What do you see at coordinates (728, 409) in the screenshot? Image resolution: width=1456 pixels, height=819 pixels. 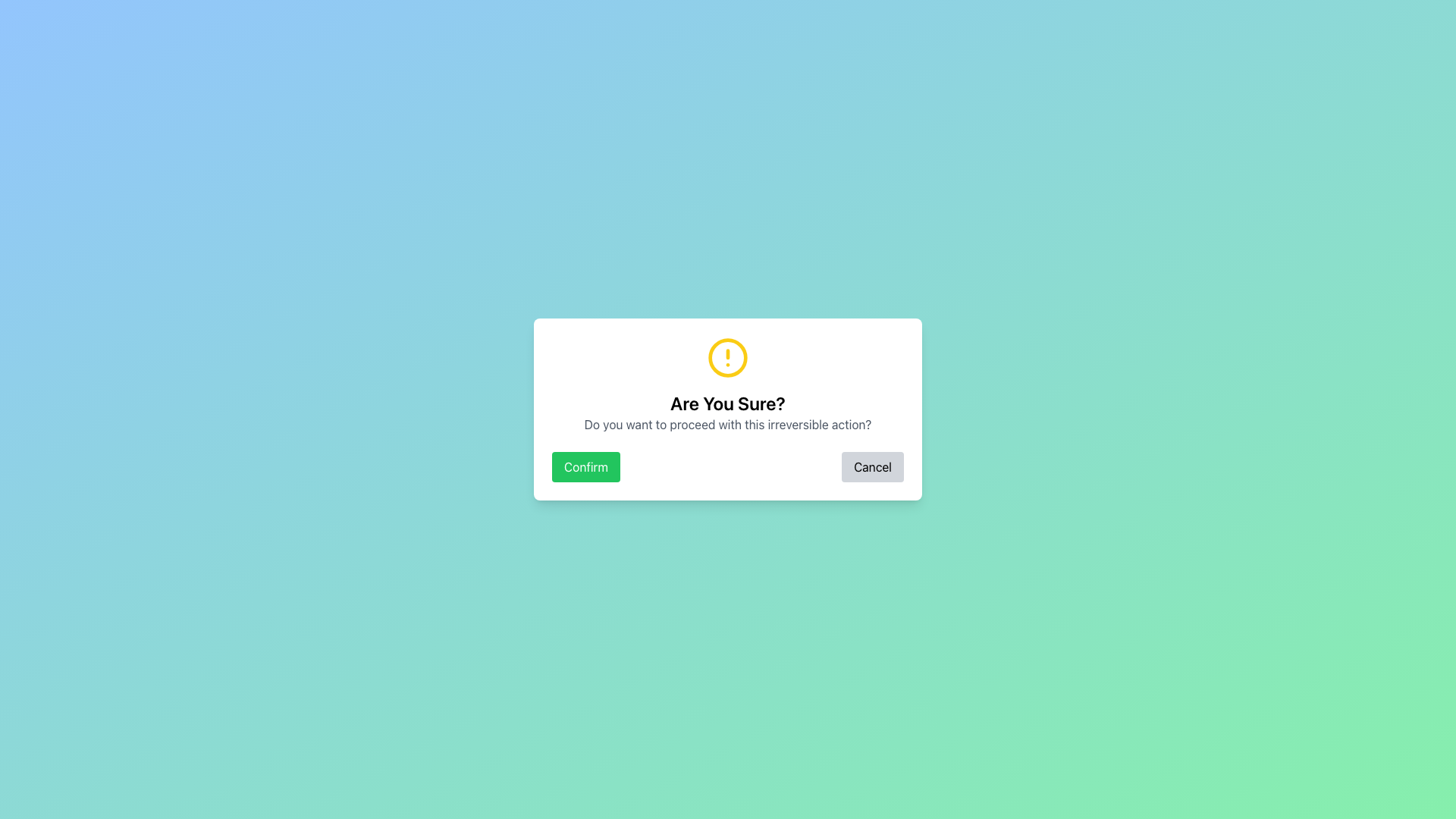 I see `warning message from the dialog box that asks 'Are You Sure?' and states 'Do you want to proceed with this irreversible action?'` at bounding box center [728, 409].